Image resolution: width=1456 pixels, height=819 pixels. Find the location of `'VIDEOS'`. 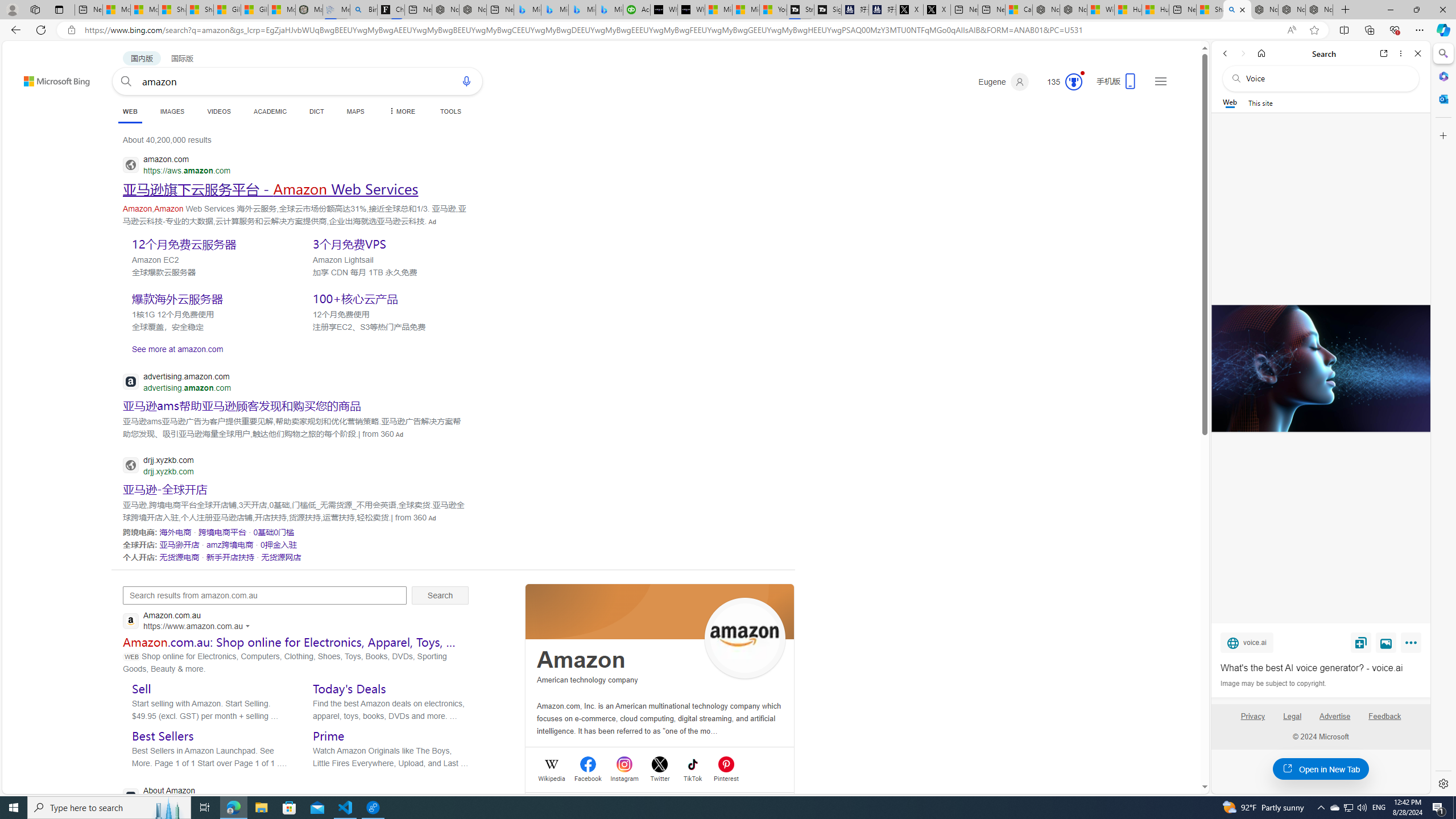

'VIDEOS' is located at coordinates (218, 111).